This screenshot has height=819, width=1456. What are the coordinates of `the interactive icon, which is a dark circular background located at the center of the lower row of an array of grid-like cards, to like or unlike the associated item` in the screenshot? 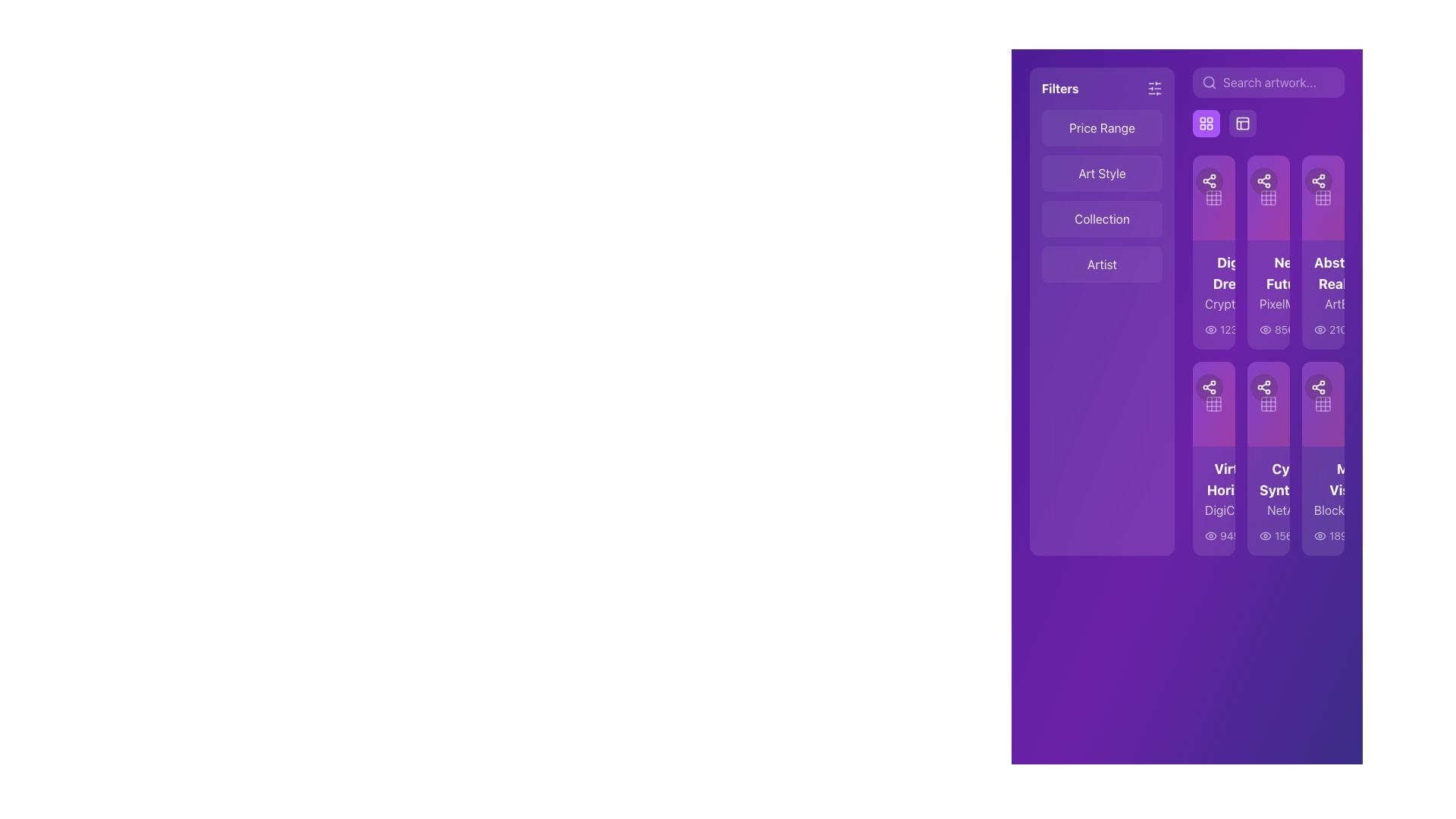 It's located at (1230, 386).